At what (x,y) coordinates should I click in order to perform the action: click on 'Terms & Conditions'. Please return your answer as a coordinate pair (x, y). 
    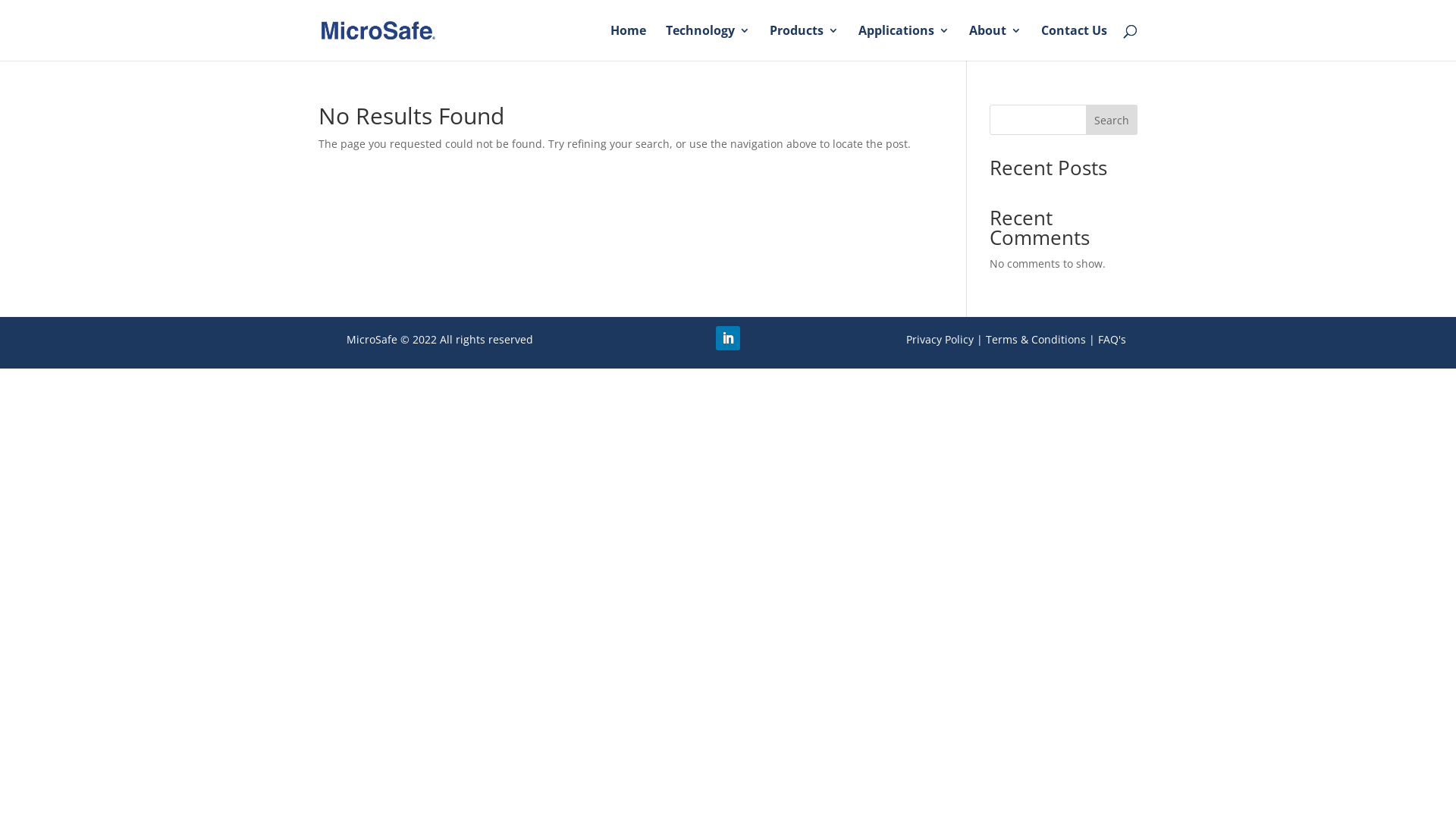
    Looking at the image, I should click on (1035, 338).